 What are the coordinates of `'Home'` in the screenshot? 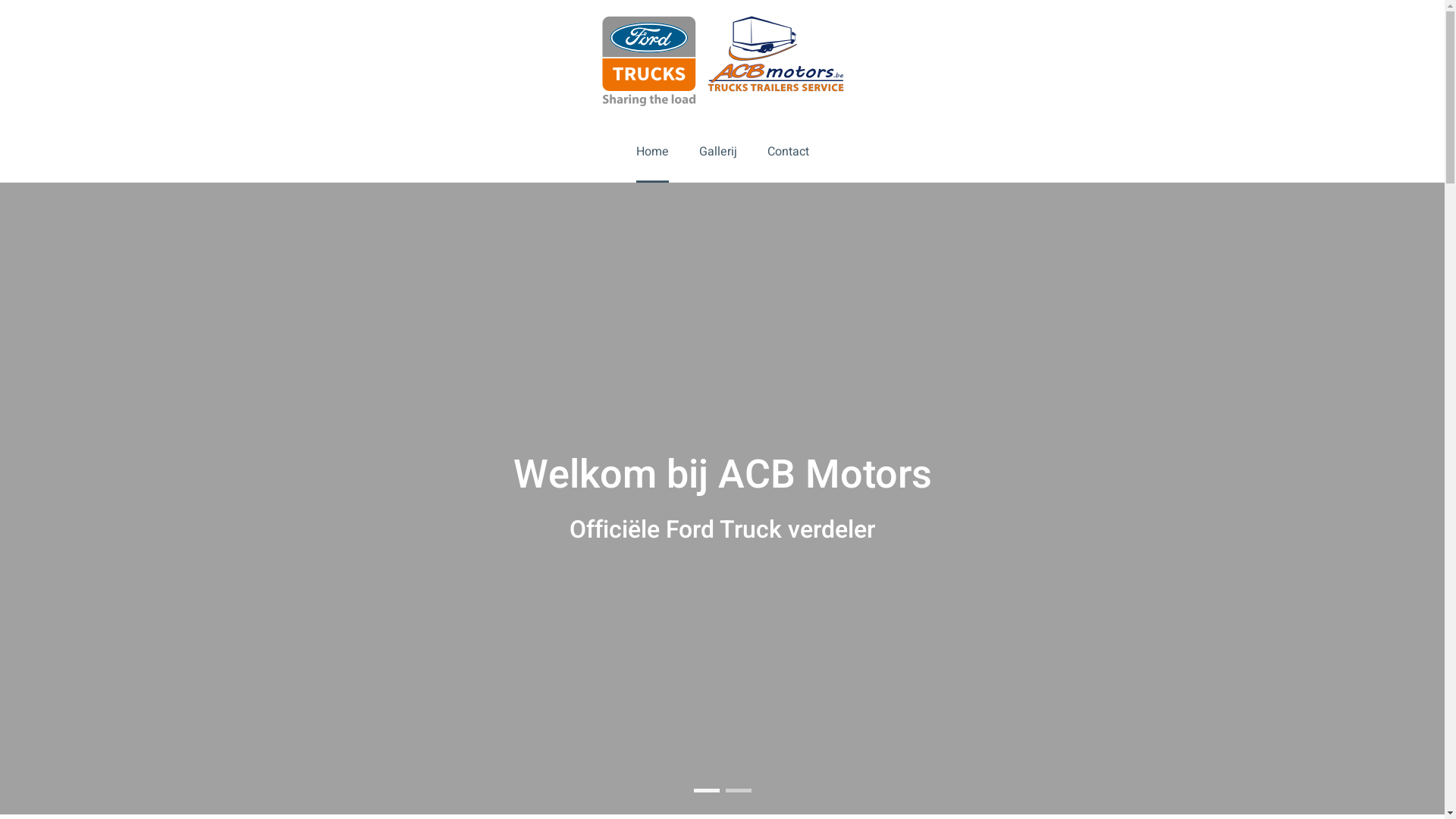 It's located at (651, 152).